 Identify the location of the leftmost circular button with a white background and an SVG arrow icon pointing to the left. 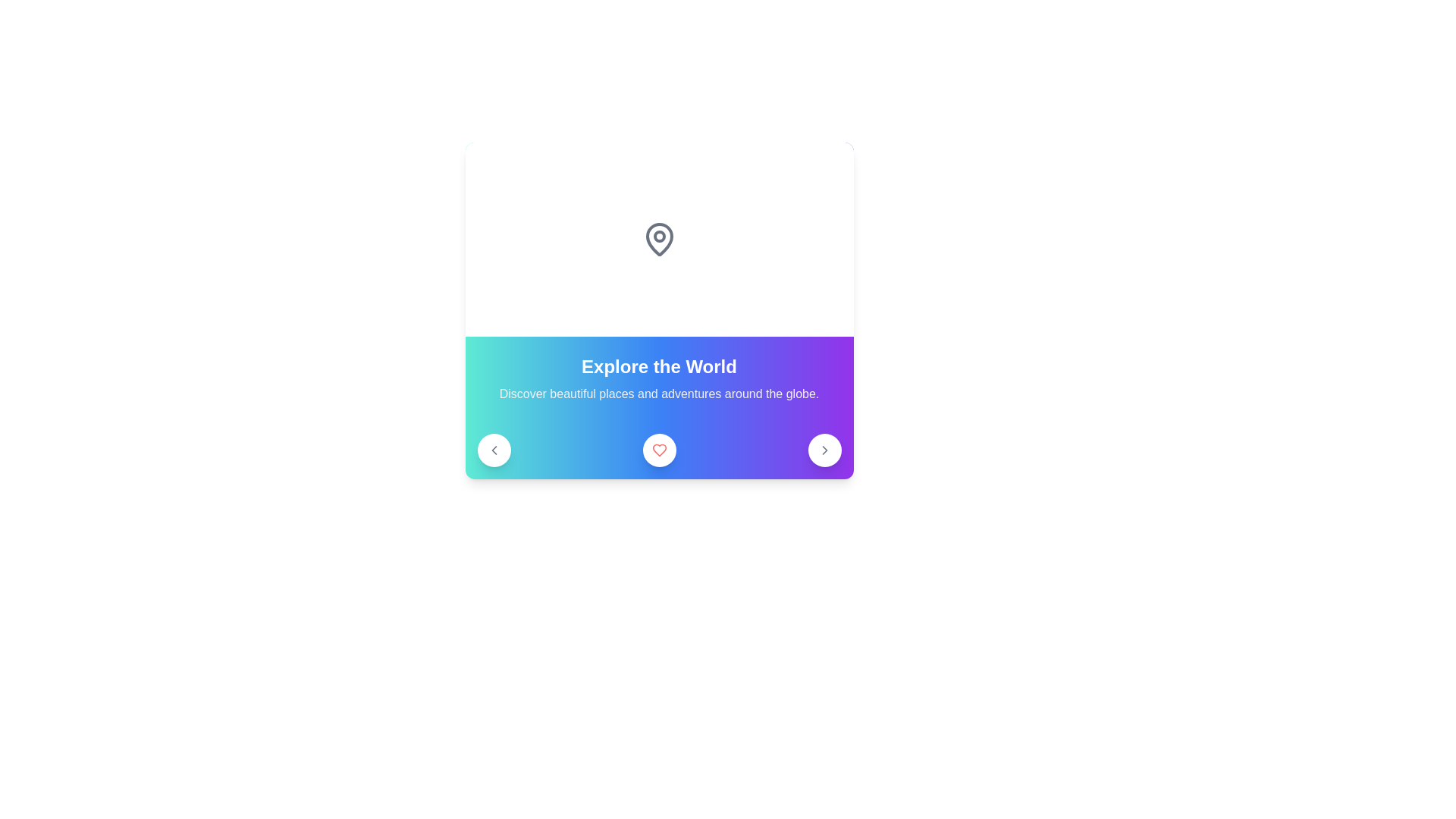
(494, 450).